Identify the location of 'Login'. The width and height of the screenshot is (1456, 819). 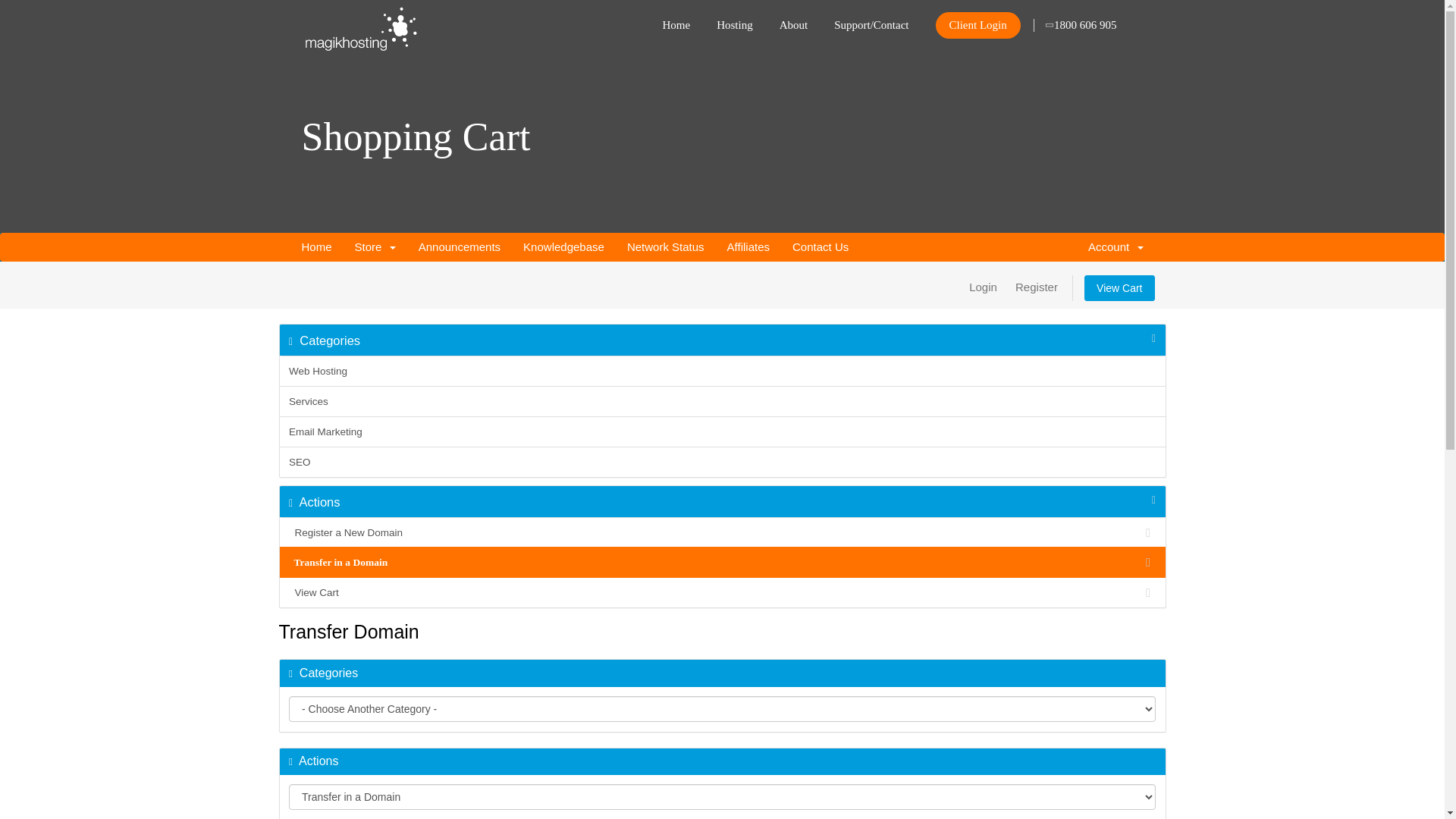
(983, 287).